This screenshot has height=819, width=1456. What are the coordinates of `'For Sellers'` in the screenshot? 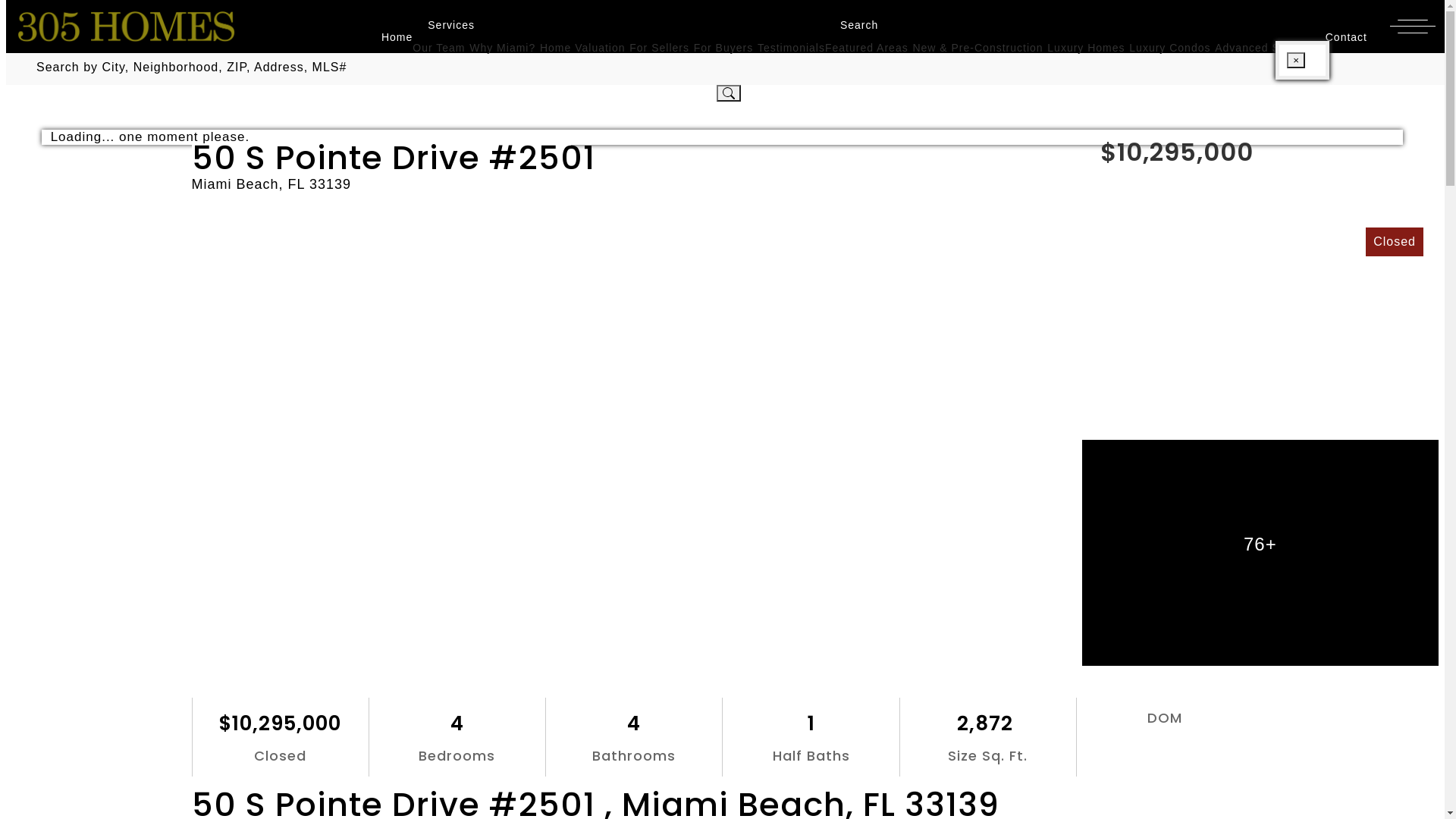 It's located at (629, 46).